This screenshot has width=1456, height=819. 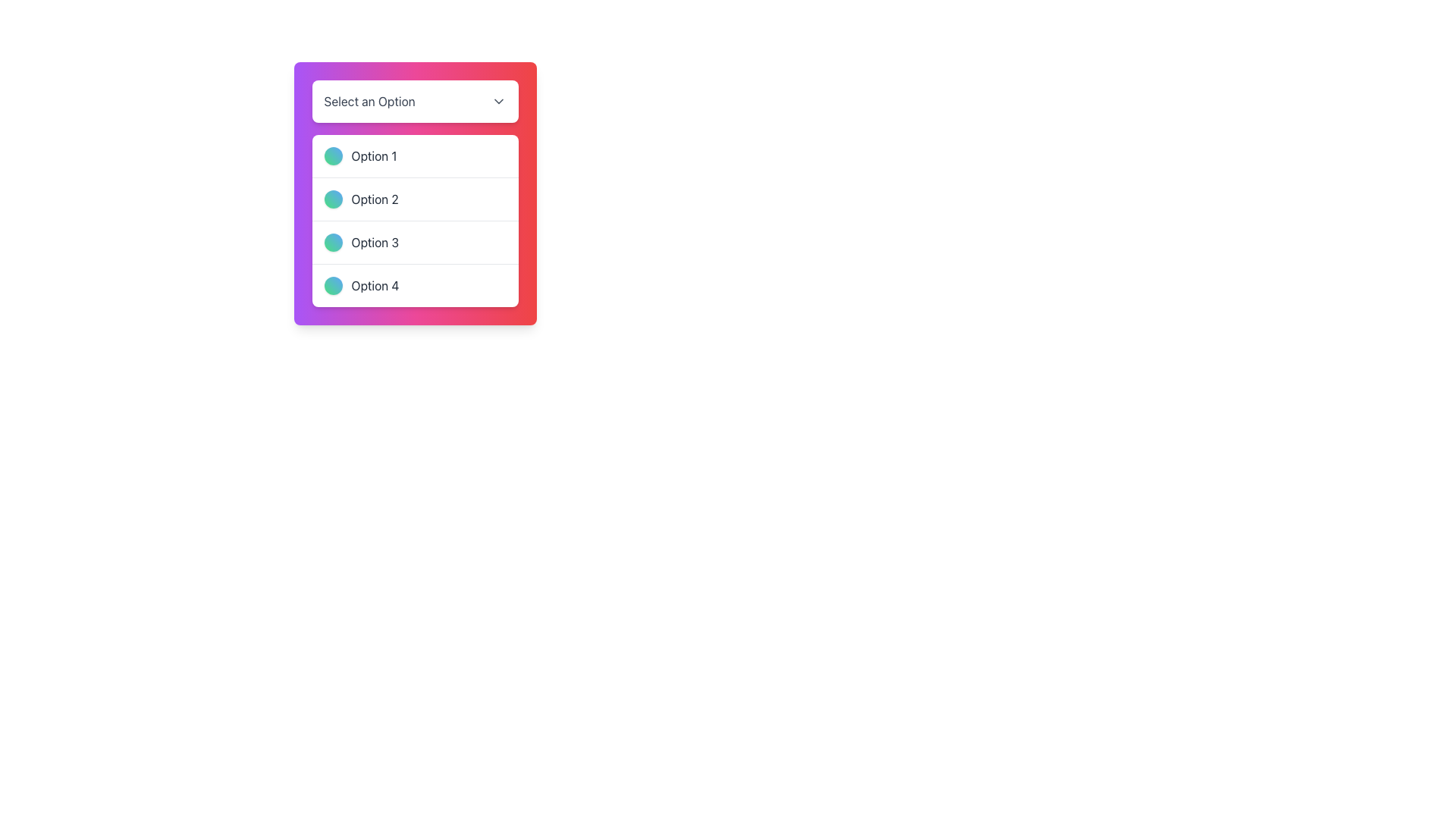 What do you see at coordinates (332, 286) in the screenshot?
I see `the Indicator Circle that visually identifies the 'Option 4' list item in the dropdown menu` at bounding box center [332, 286].